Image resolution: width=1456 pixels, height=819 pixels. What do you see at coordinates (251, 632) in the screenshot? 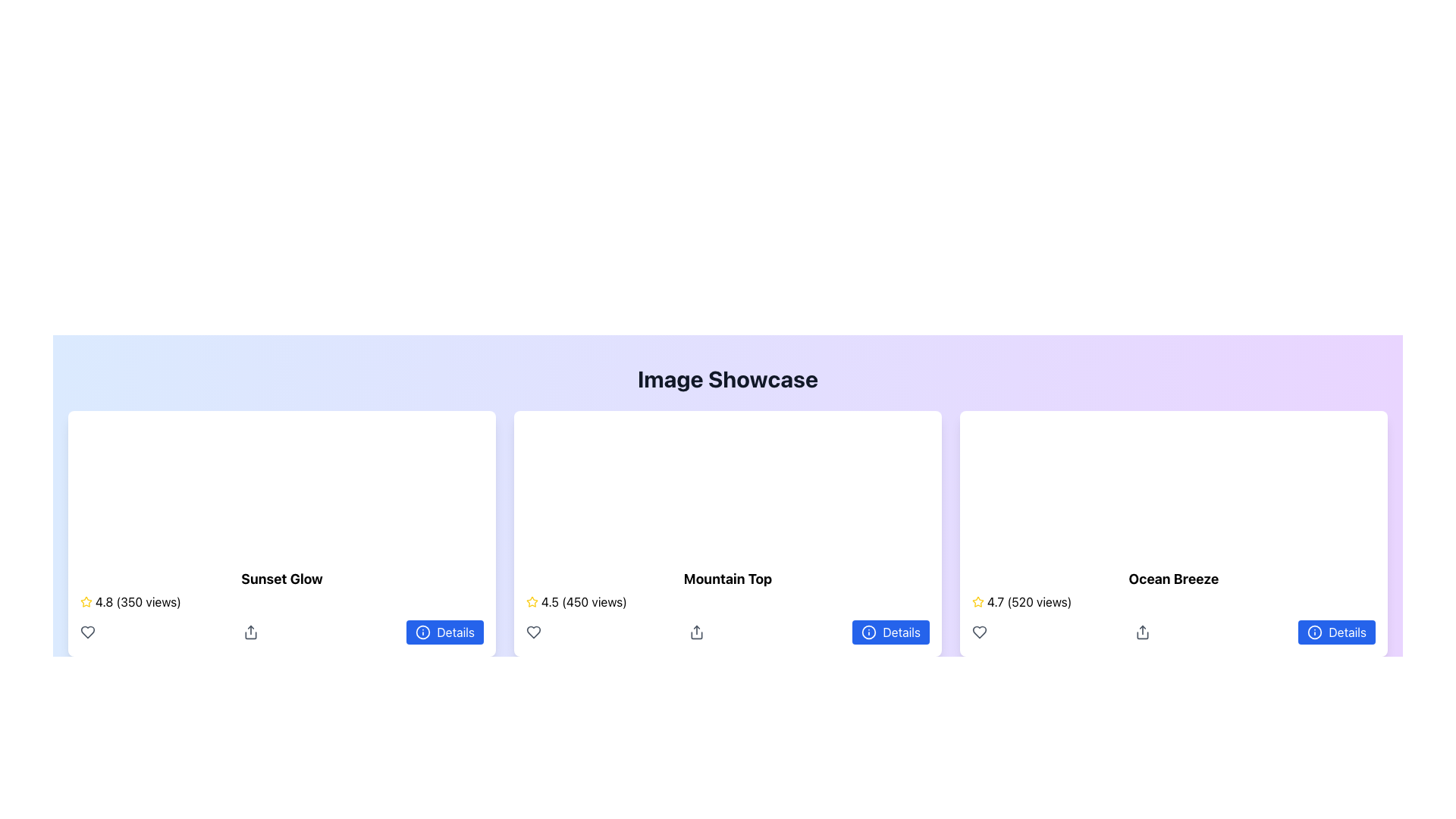
I see `the share icon button located between the heart icon and the blue 'Details' button to share the content 'Sunset Glow'` at bounding box center [251, 632].